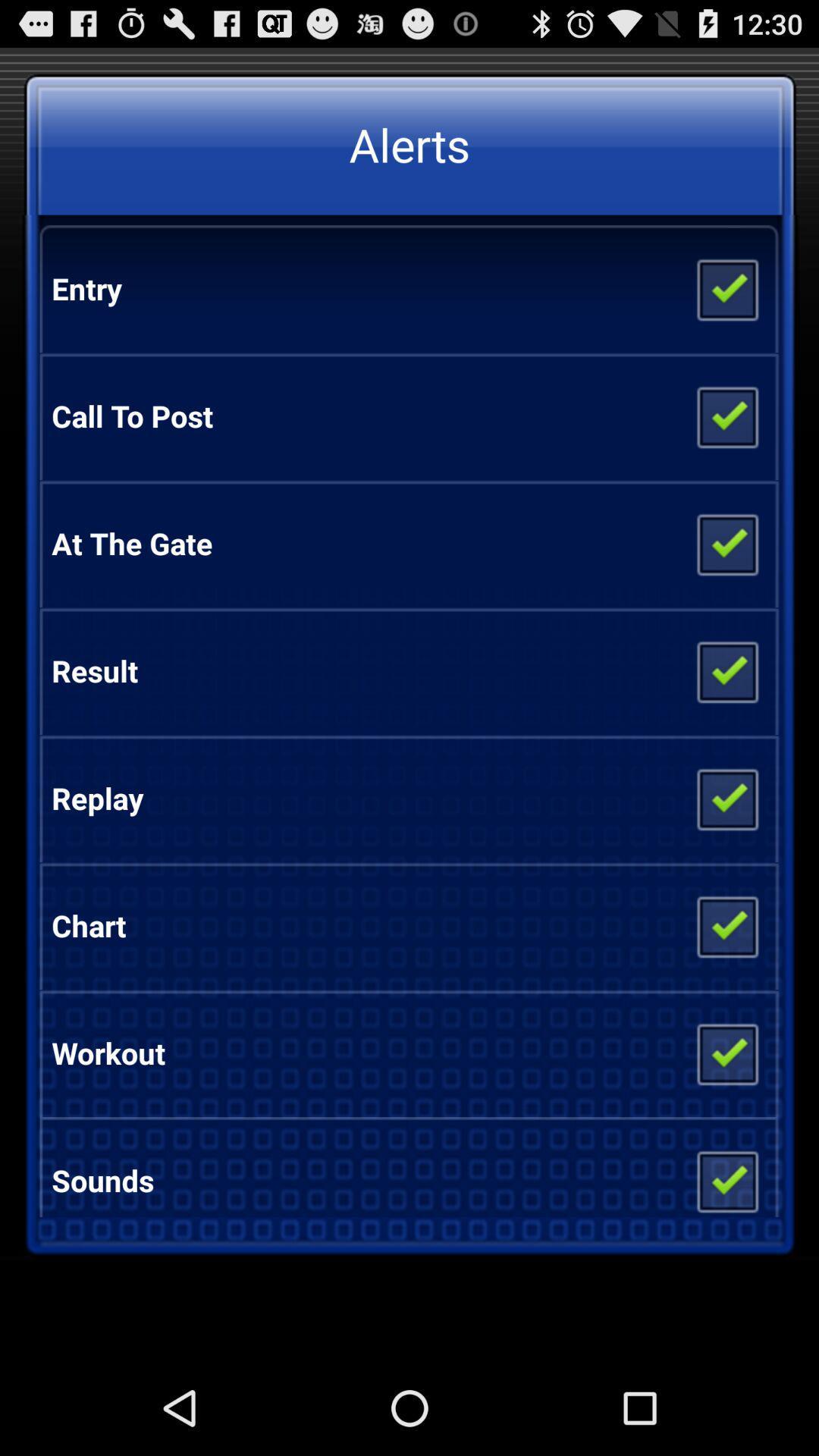 This screenshot has height=1456, width=819. Describe the element at coordinates (726, 1052) in the screenshot. I see `toggles whether to get alerts concering workouts` at that location.